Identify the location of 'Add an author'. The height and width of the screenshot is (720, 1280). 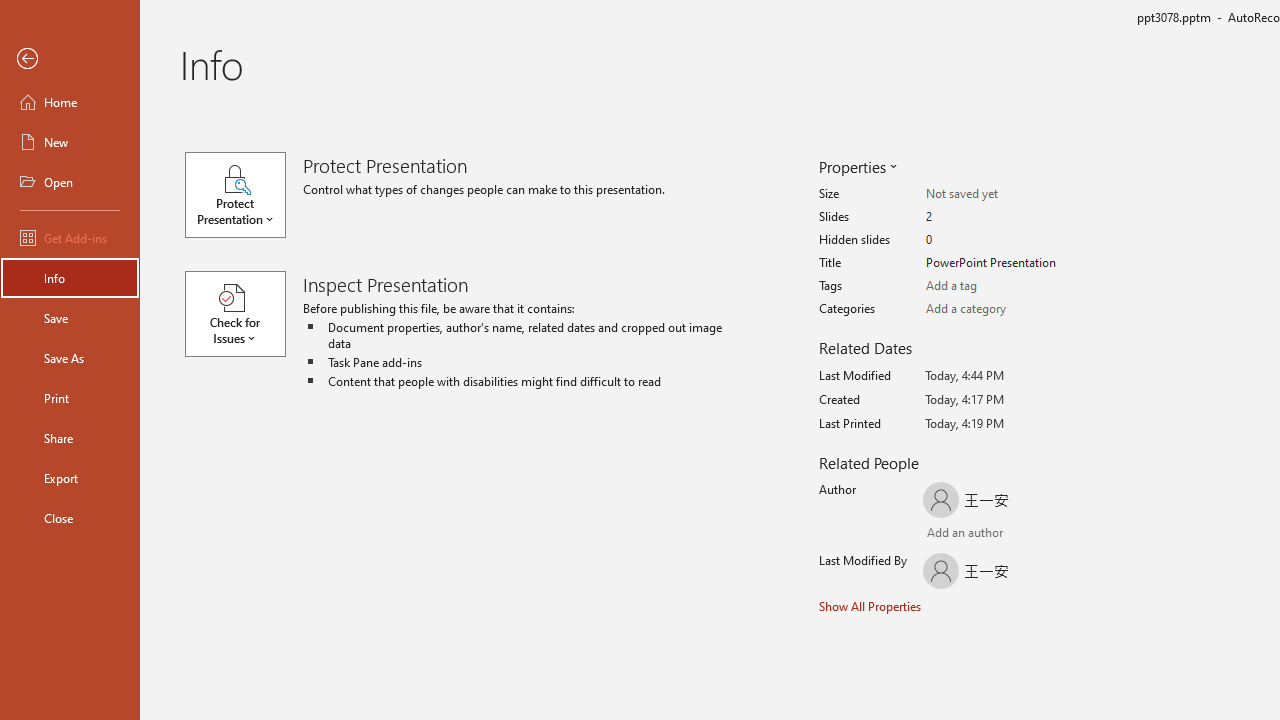
(946, 533).